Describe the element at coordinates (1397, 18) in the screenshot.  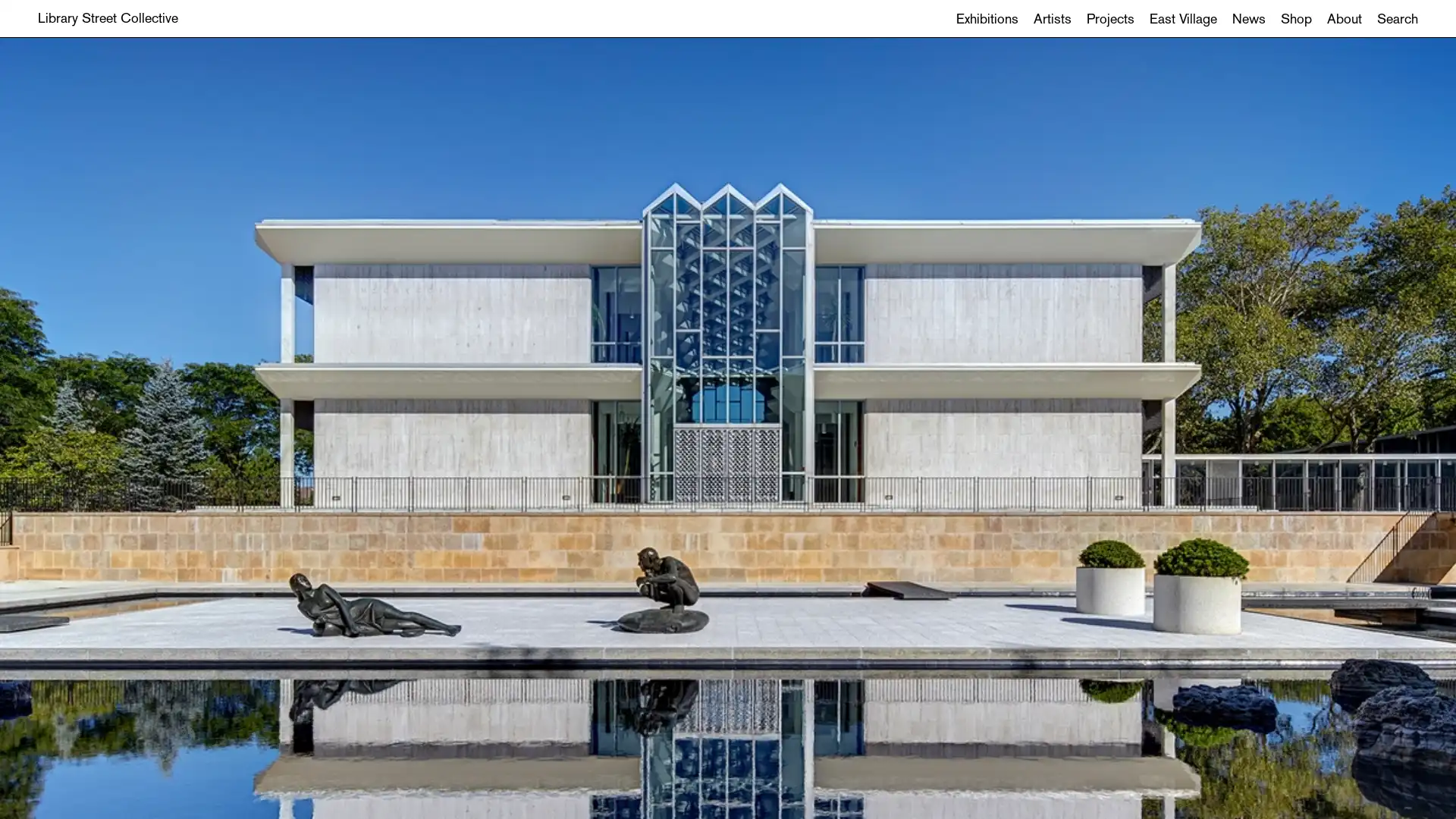
I see `Search` at that location.